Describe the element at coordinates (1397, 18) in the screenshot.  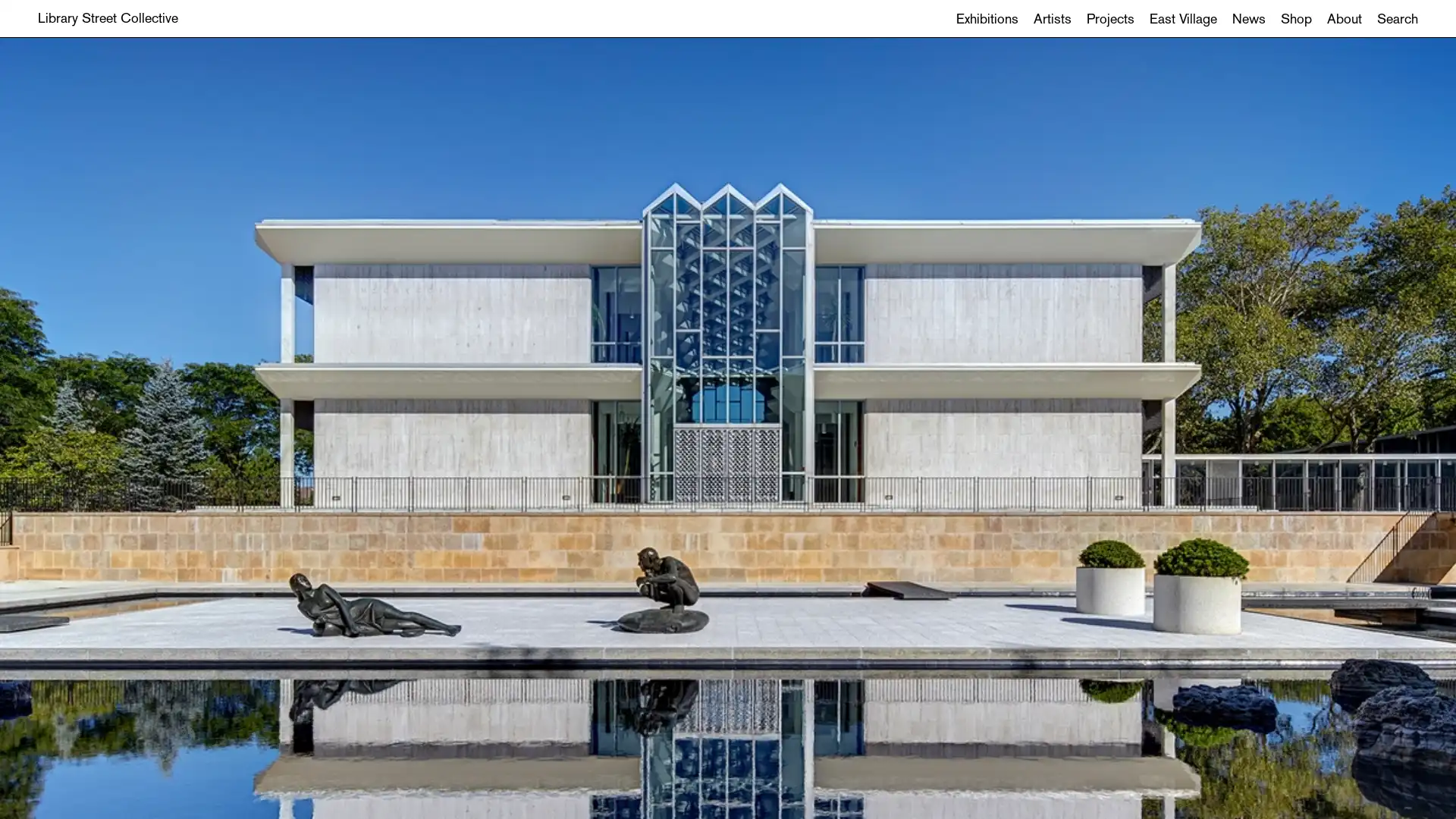
I see `Search` at that location.